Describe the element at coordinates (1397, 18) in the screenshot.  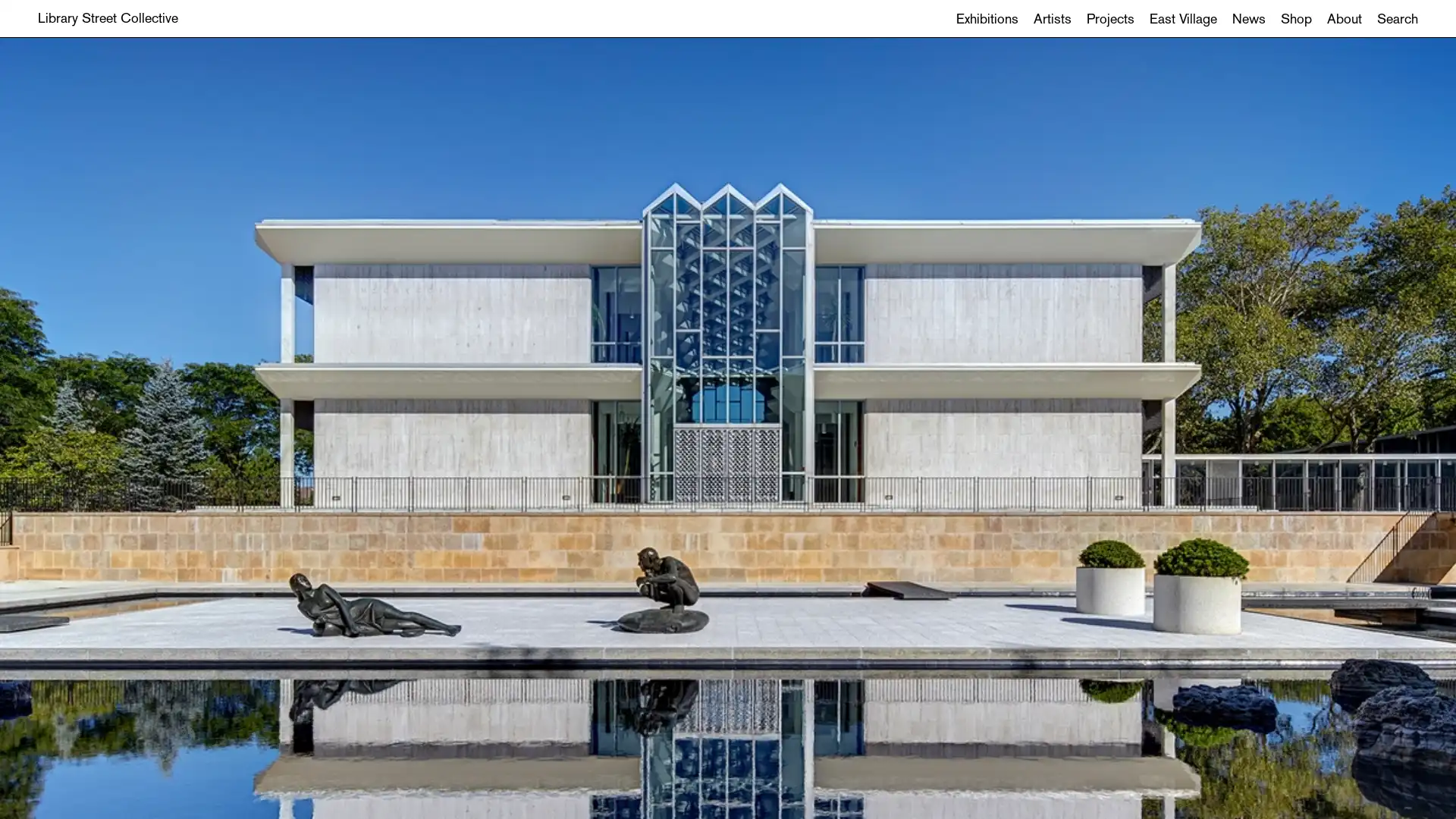
I see `Search` at that location.